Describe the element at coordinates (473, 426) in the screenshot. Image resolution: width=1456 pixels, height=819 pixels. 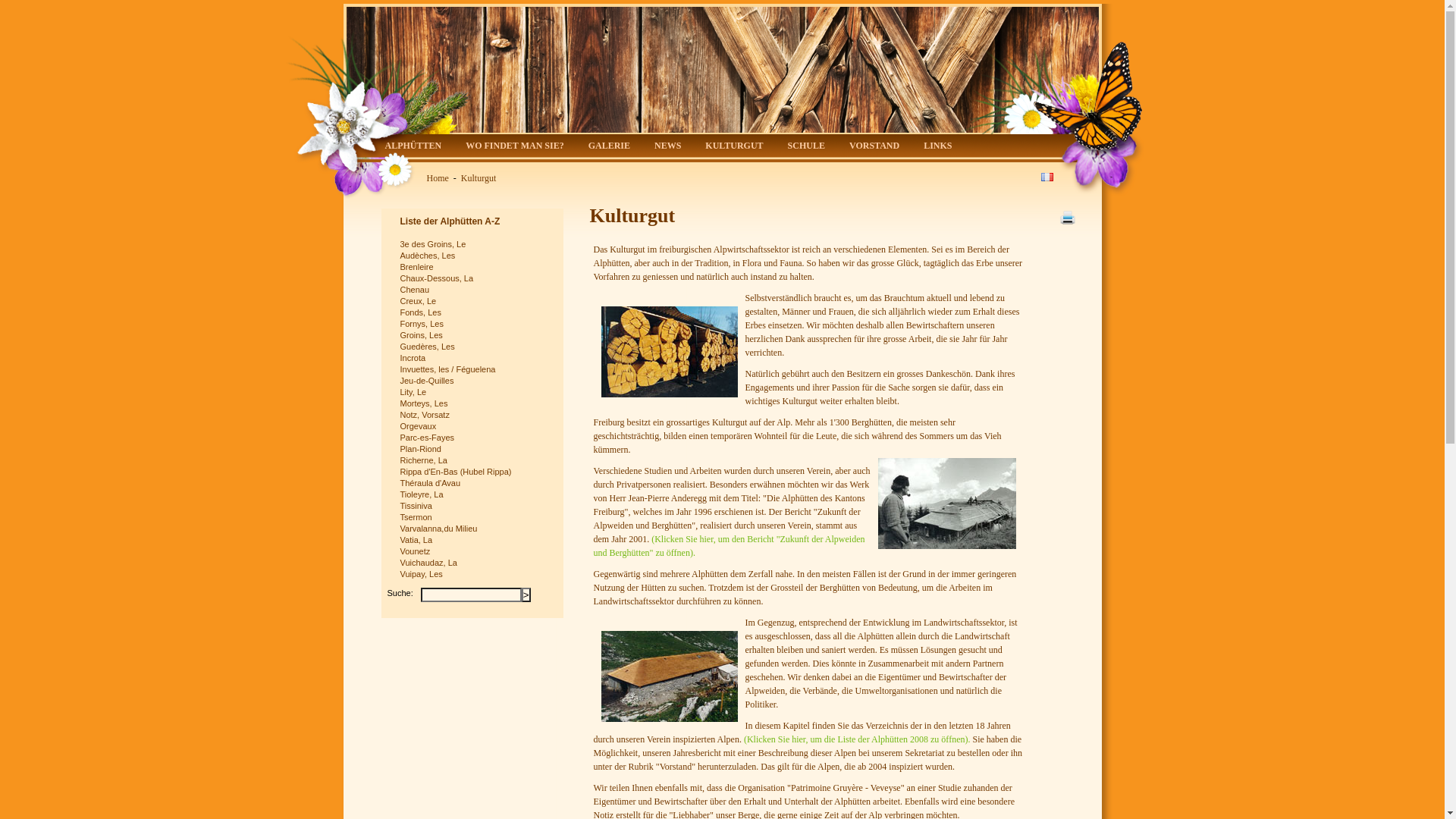
I see `'Orgevaux'` at that location.